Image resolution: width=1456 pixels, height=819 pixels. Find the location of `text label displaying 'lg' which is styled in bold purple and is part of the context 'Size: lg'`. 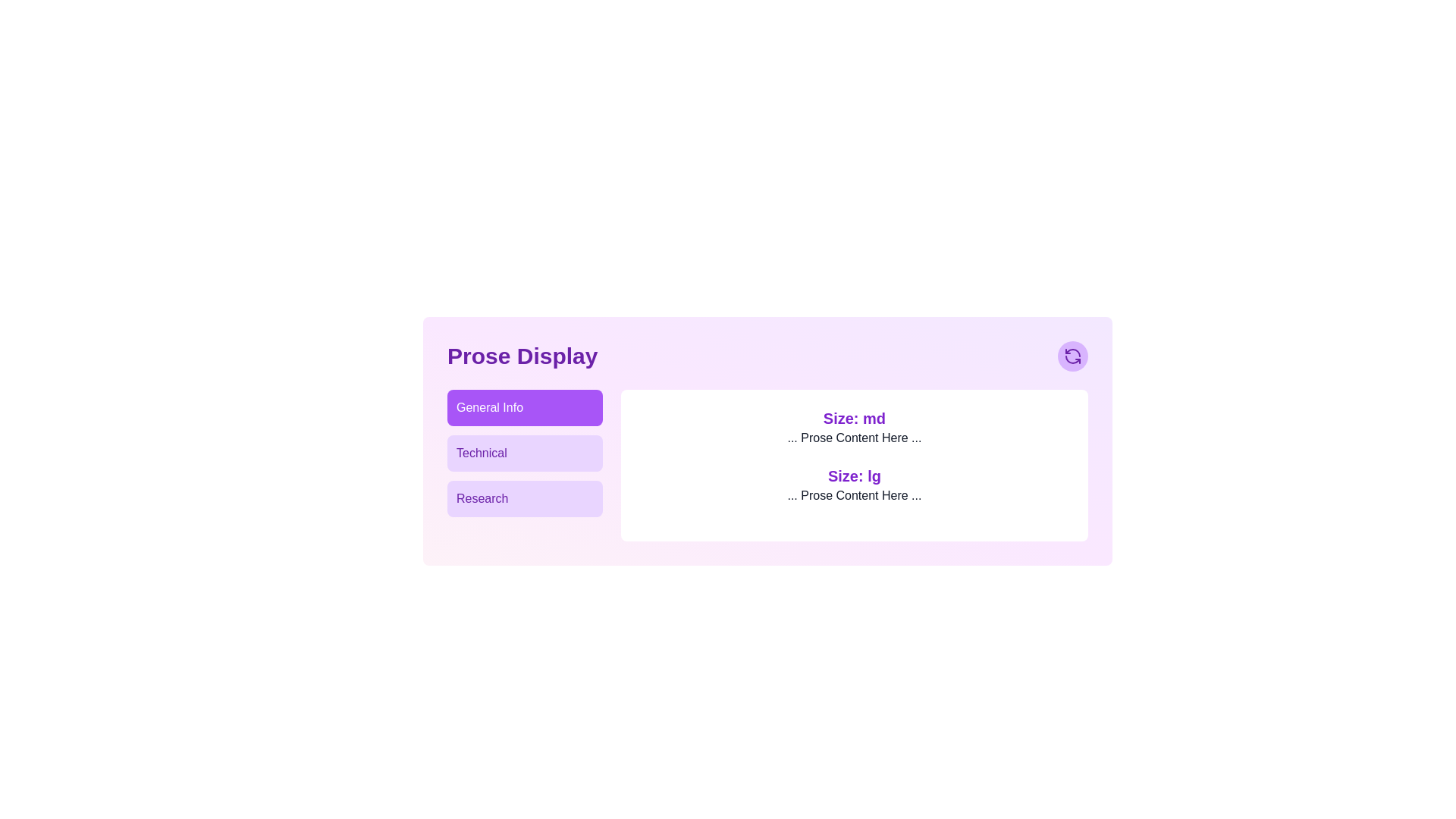

text label displaying 'lg' which is styled in bold purple and is part of the context 'Size: lg' is located at coordinates (874, 475).